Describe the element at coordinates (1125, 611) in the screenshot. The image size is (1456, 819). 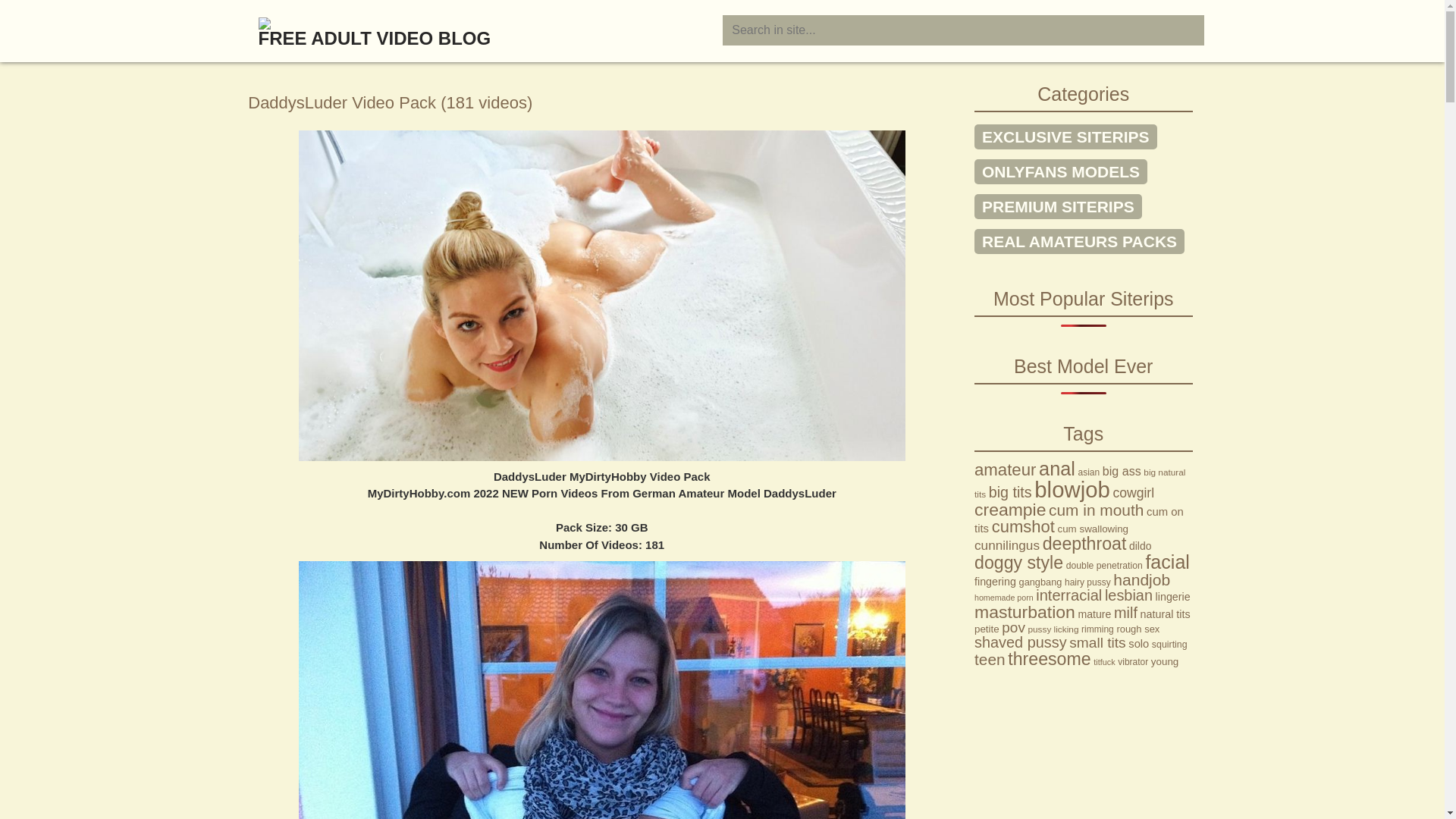
I see `'milf'` at that location.